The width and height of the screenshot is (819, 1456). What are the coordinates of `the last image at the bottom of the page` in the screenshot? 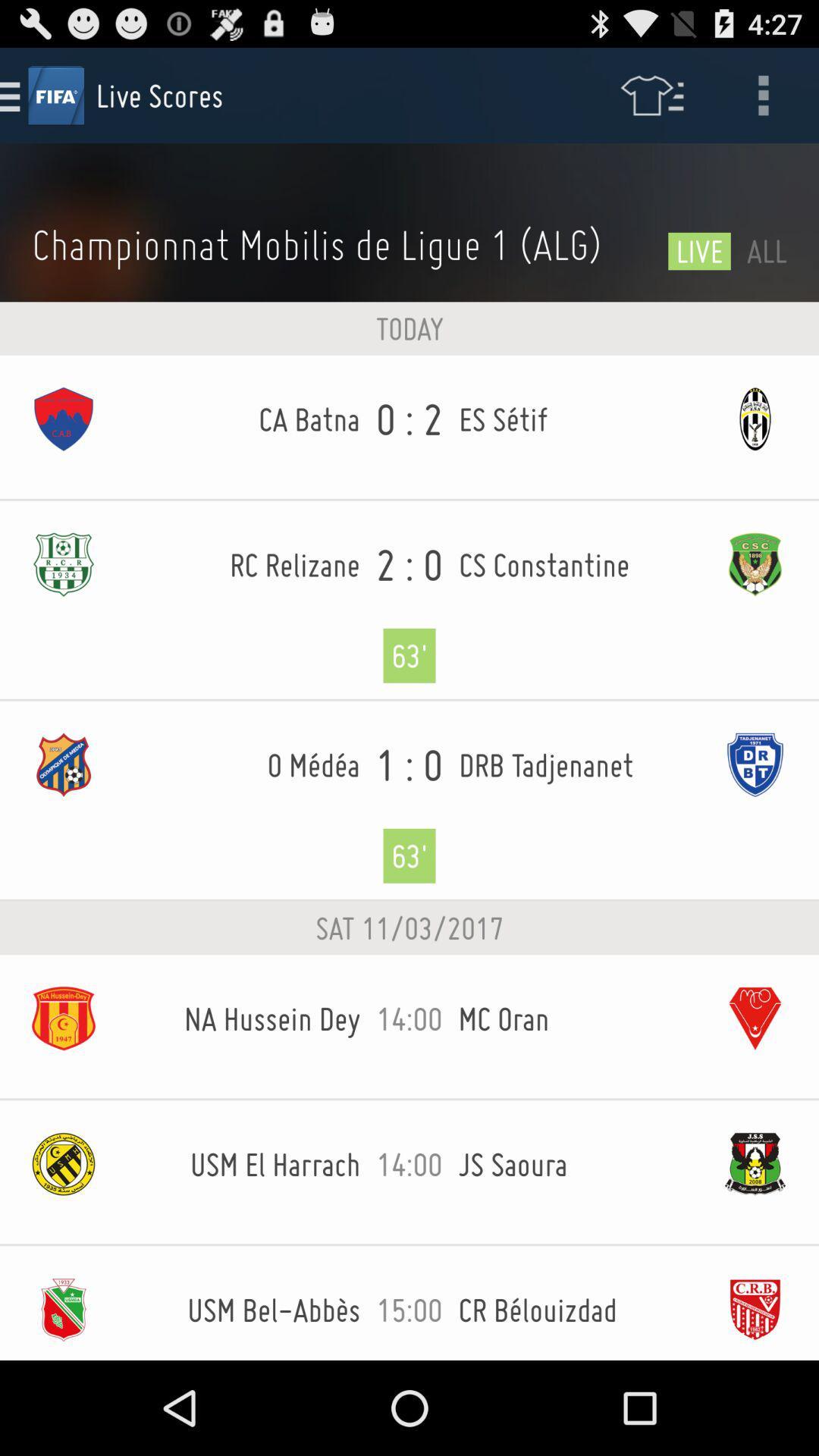 It's located at (739, 1309).